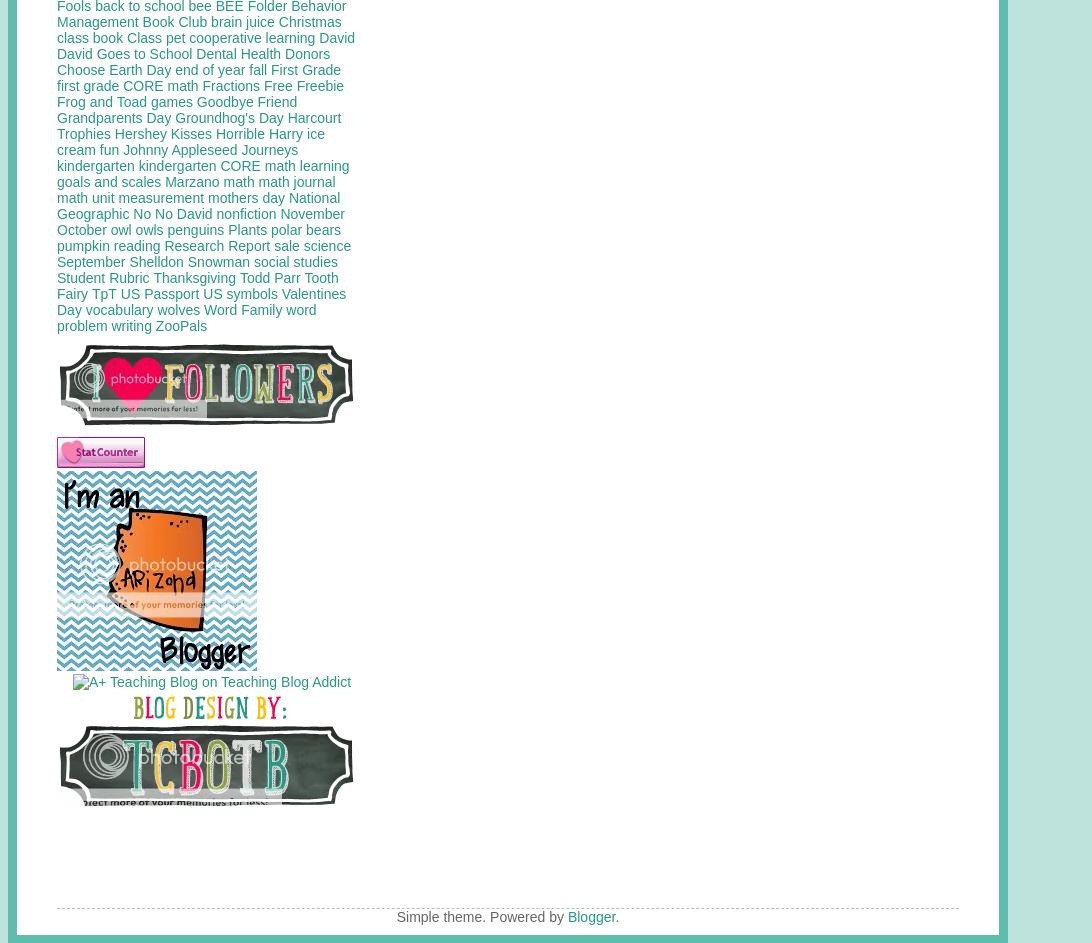 This screenshot has height=943, width=1092. What do you see at coordinates (181, 324) in the screenshot?
I see `'ZooPals'` at bounding box center [181, 324].